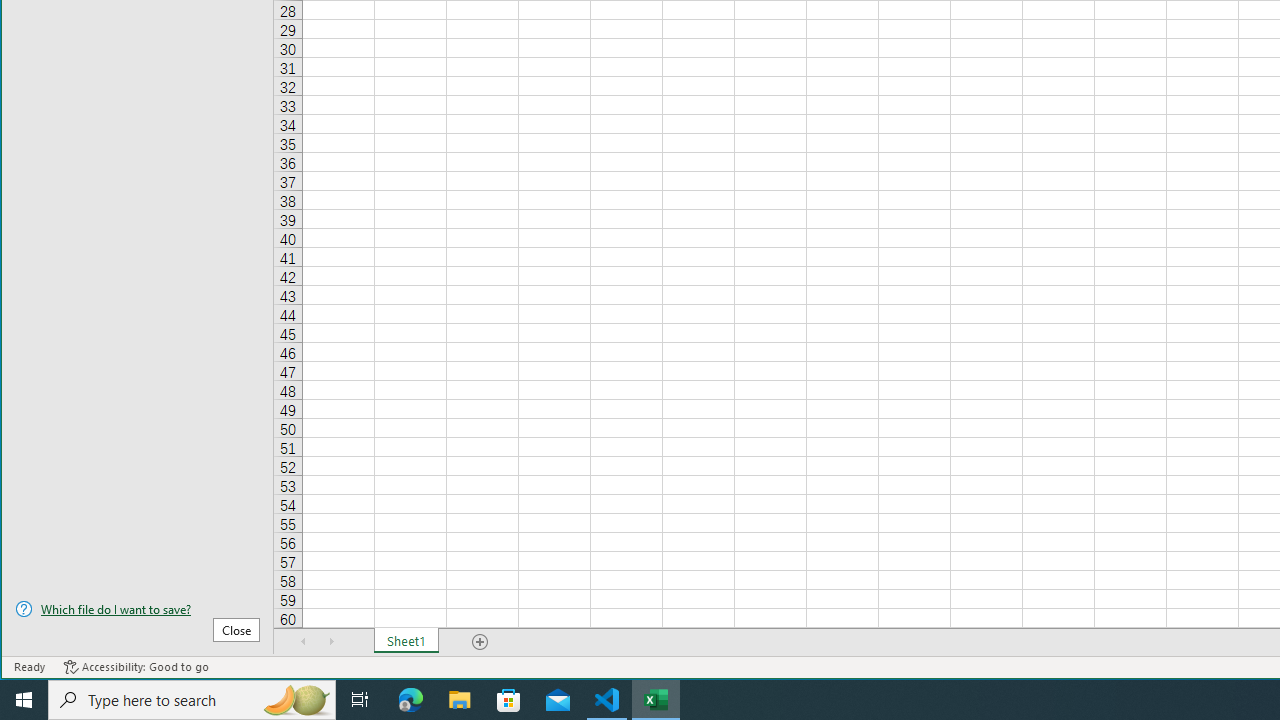  Describe the element at coordinates (656, 698) in the screenshot. I see `'Excel - 1 running window'` at that location.